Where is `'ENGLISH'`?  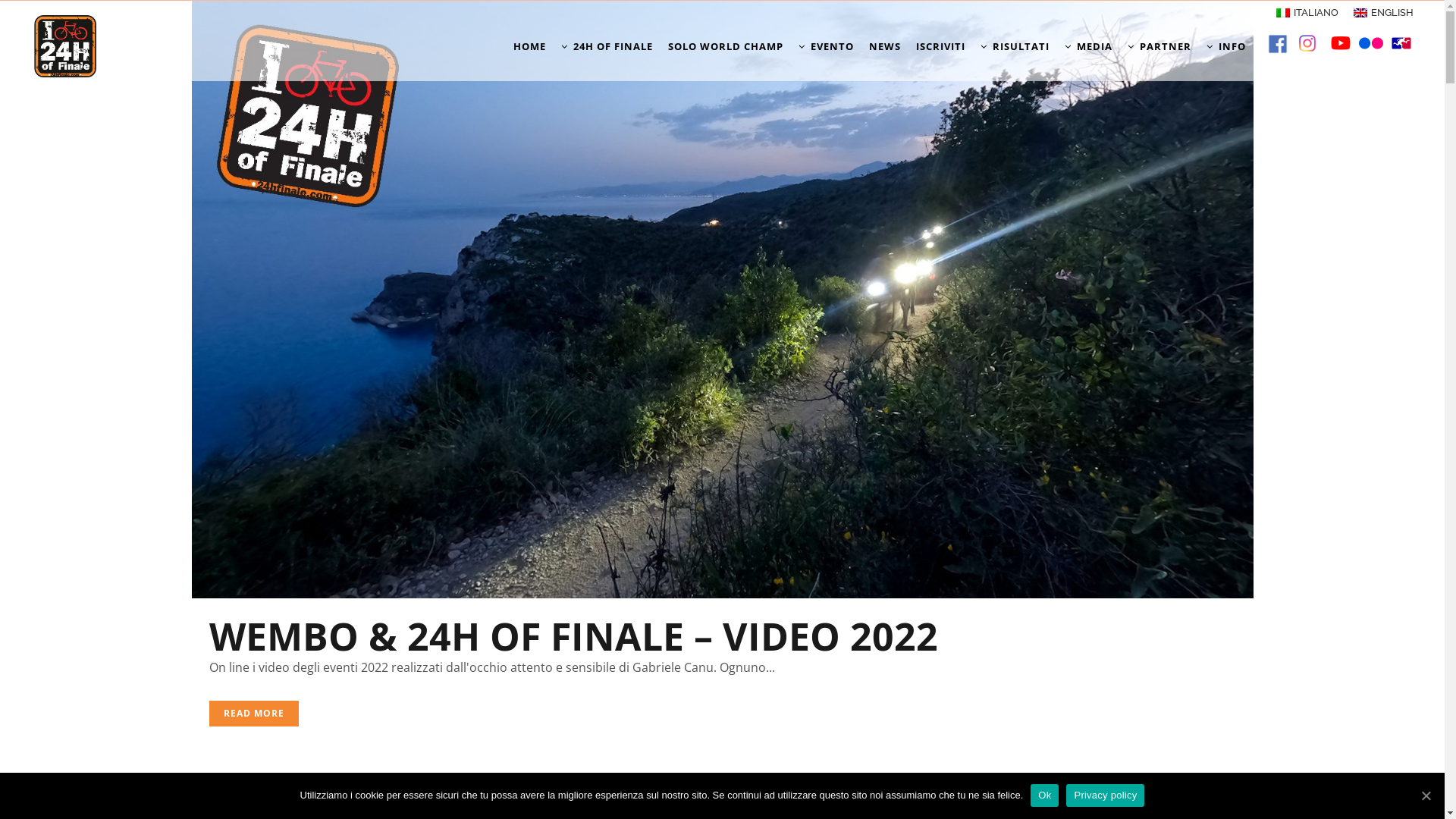
'ENGLISH' is located at coordinates (1383, 11).